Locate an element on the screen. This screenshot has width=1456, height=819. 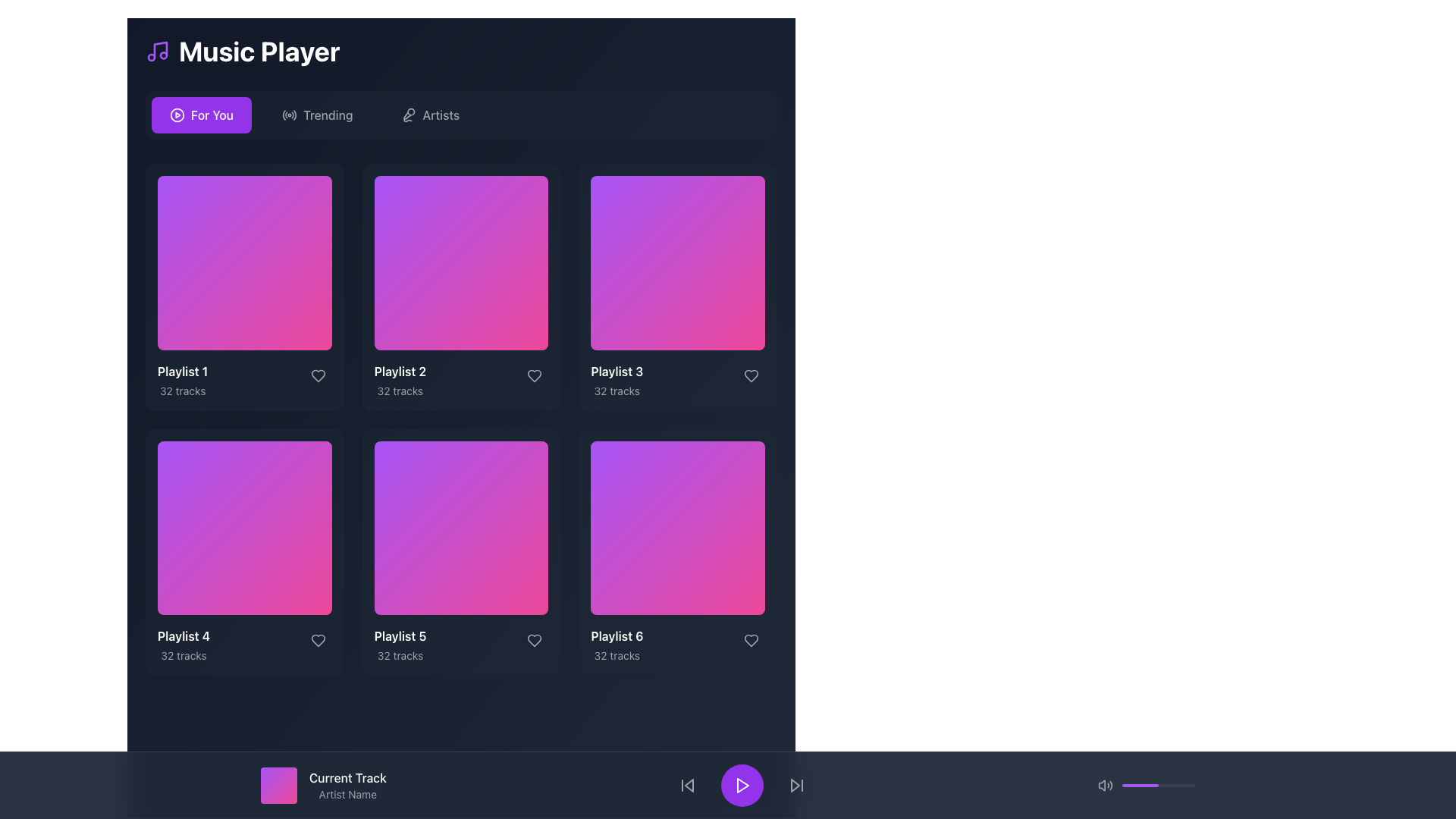
the volume slider is located at coordinates (1137, 785).